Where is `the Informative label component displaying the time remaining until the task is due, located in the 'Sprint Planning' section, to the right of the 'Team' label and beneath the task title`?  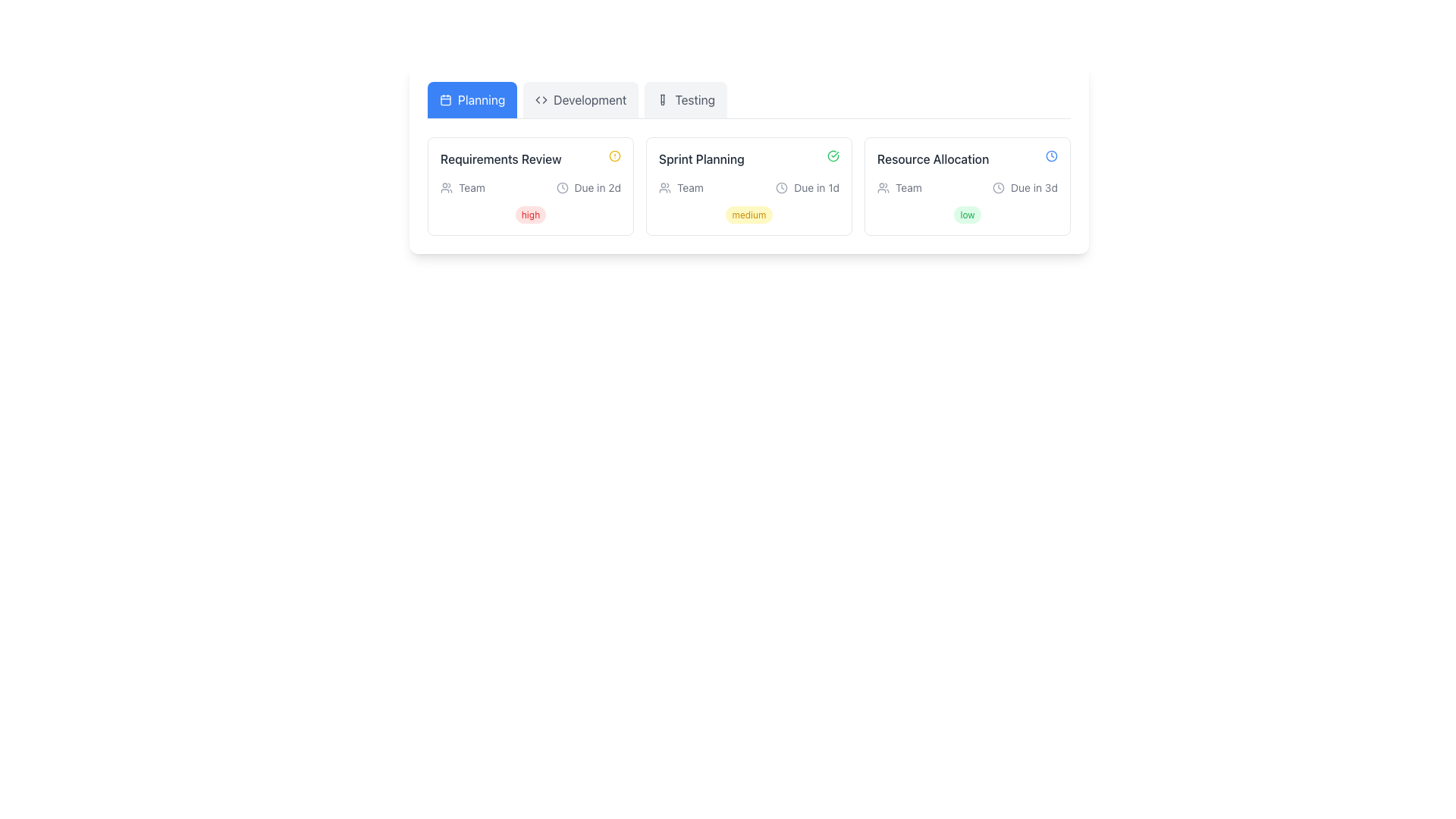 the Informative label component displaying the time remaining until the task is due, located in the 'Sprint Planning' section, to the right of the 'Team' label and beneath the task title is located at coordinates (807, 187).